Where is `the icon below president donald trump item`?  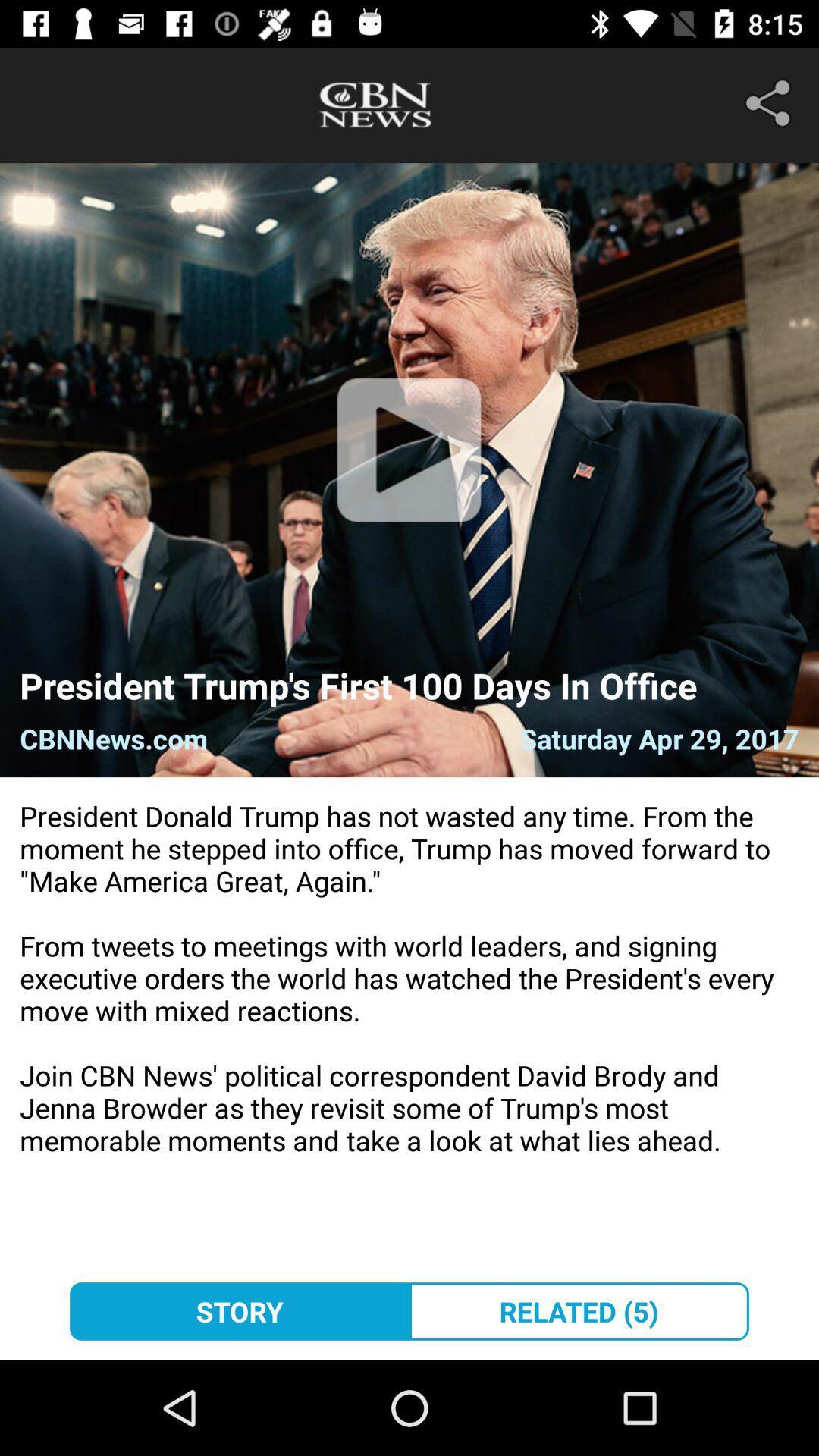
the icon below president donald trump item is located at coordinates (239, 1310).